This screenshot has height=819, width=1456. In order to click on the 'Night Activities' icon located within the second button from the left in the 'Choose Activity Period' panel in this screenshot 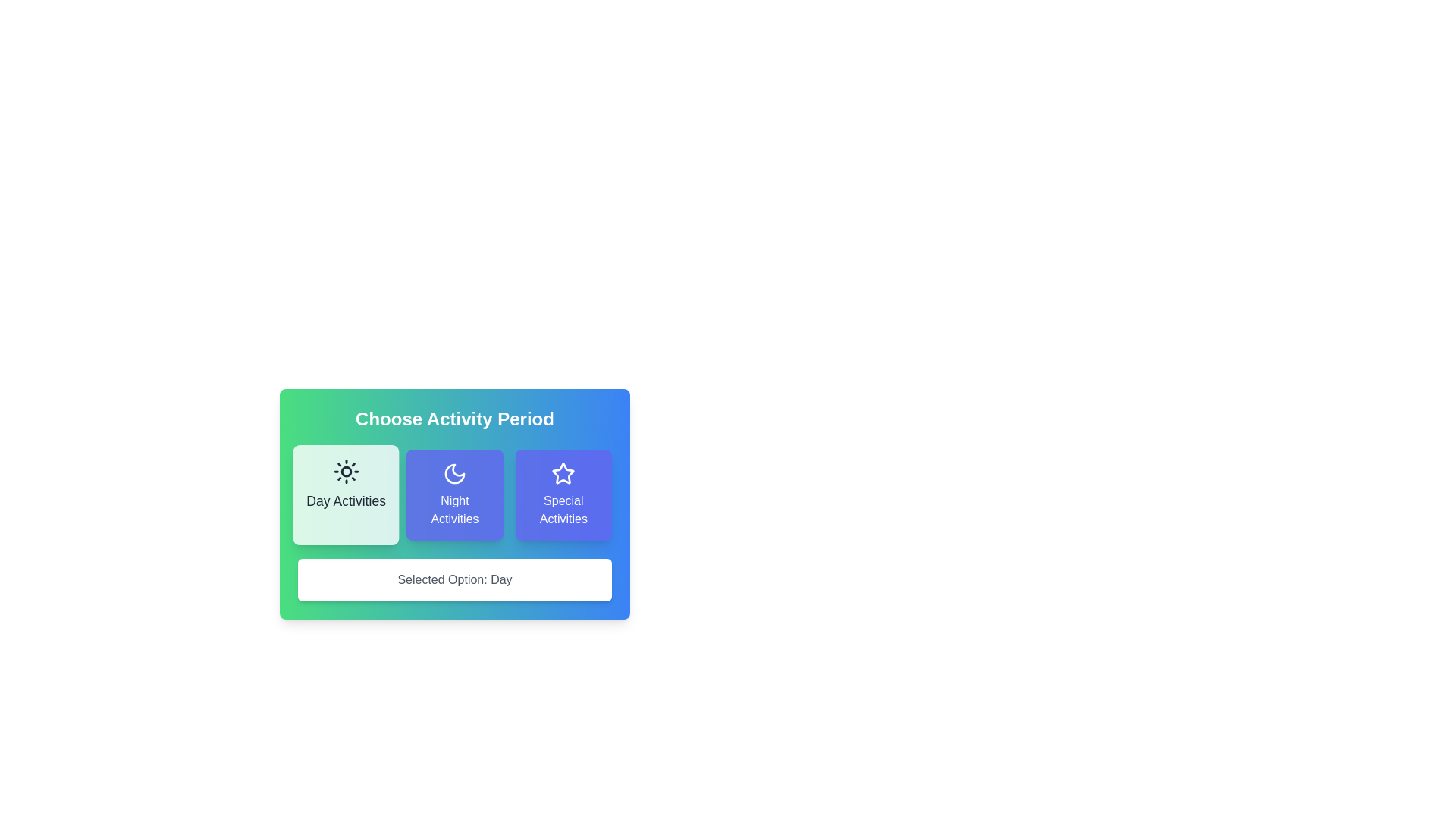, I will do `click(454, 472)`.